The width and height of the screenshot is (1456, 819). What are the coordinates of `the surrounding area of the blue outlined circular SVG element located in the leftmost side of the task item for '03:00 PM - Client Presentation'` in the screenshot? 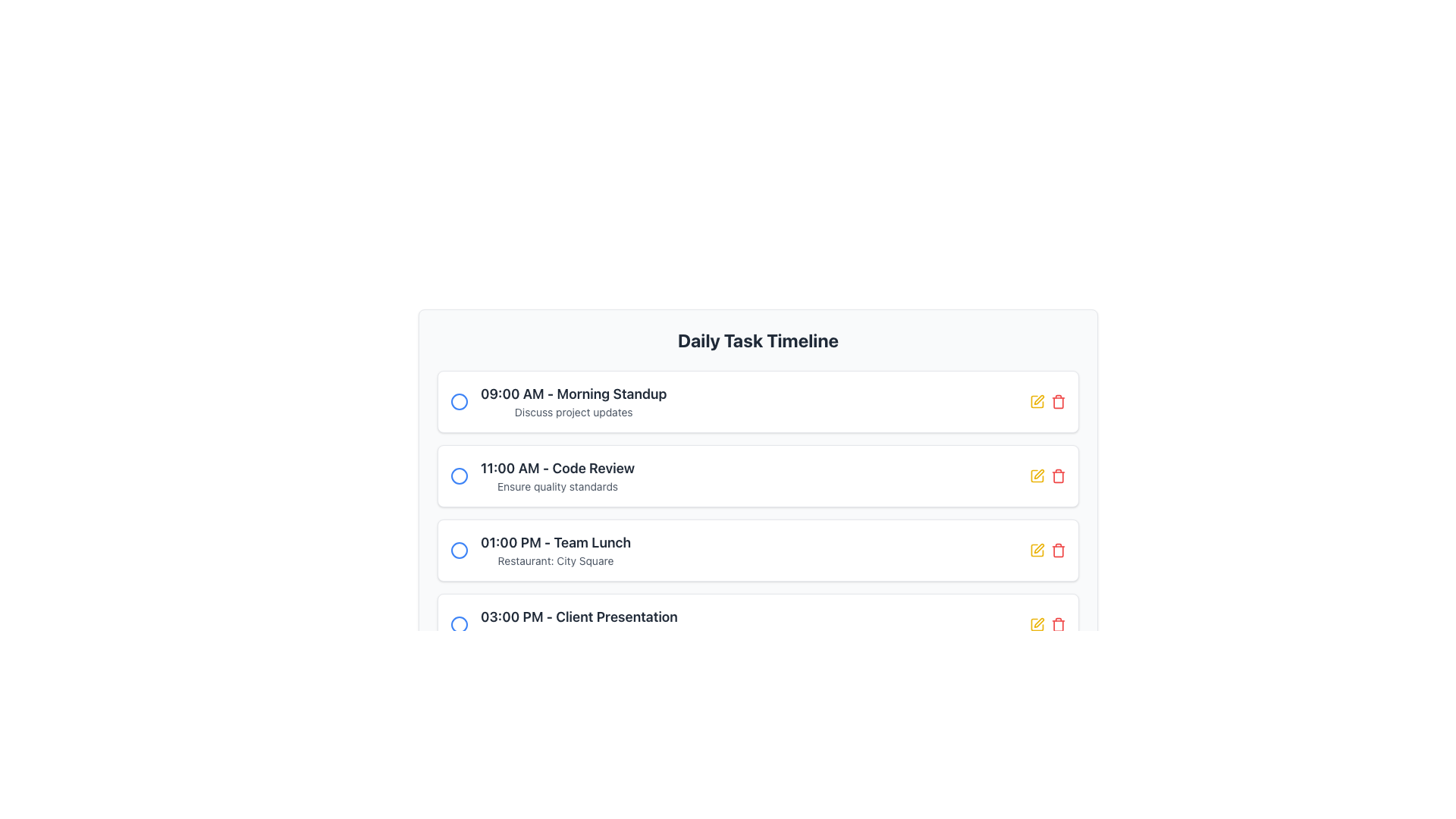 It's located at (458, 625).